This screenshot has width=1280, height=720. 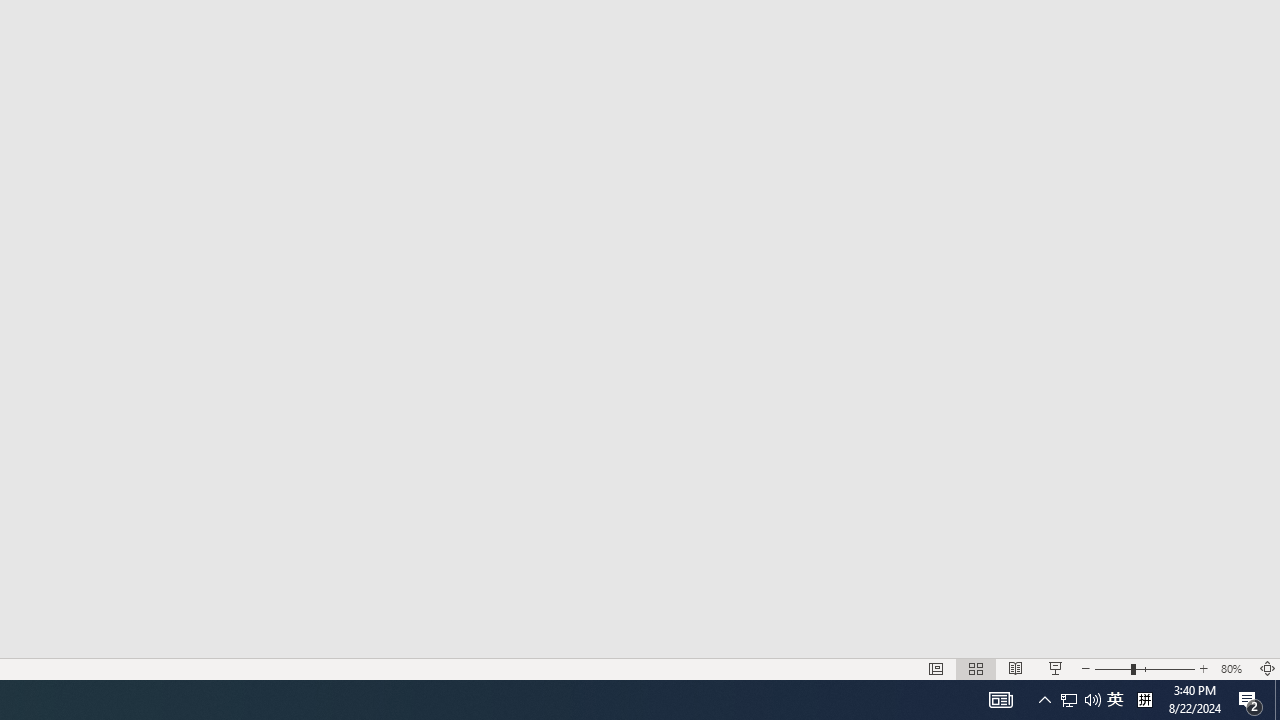 I want to click on 'Show desktop', so click(x=1276, y=698).